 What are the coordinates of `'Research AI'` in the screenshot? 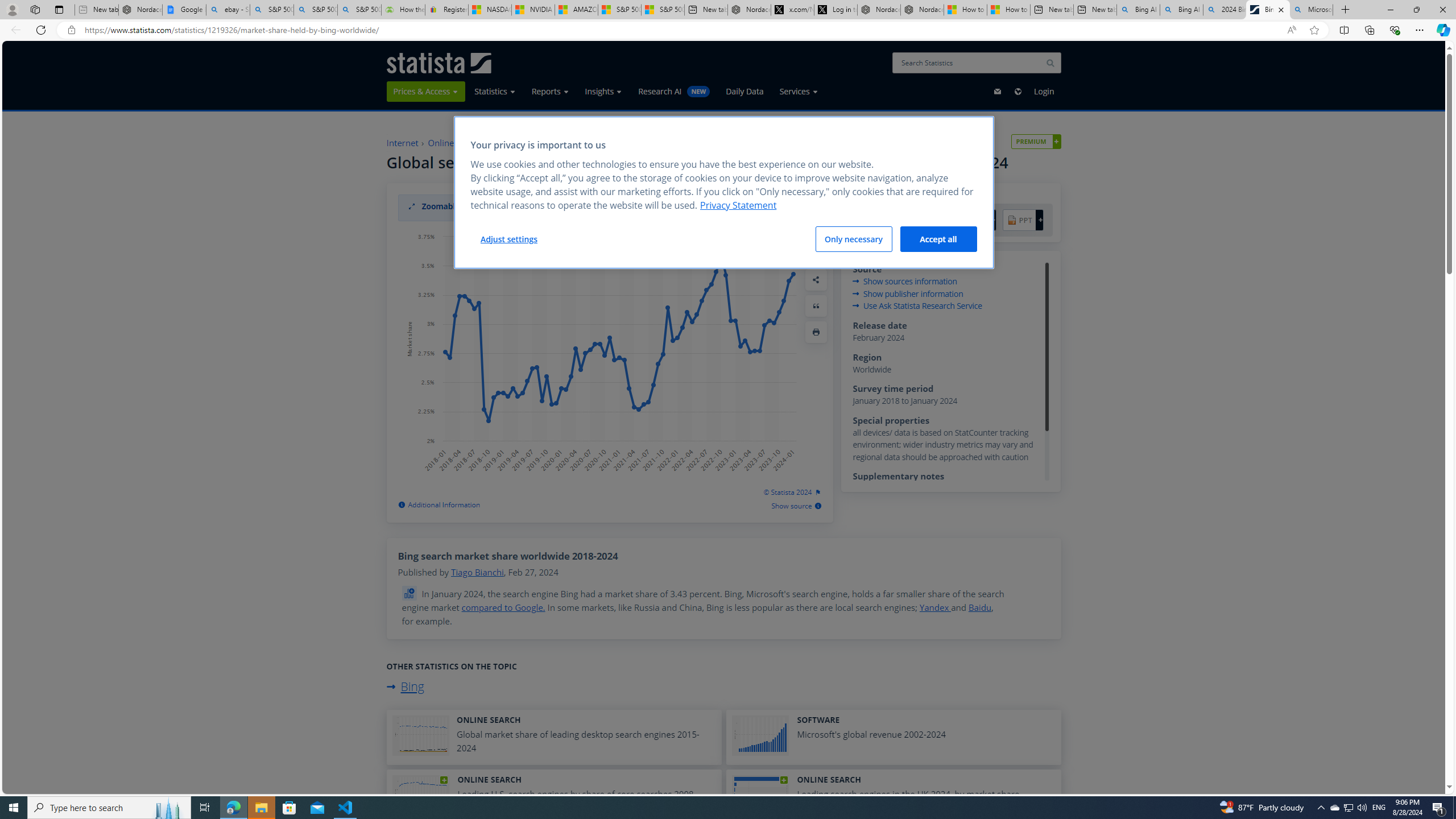 It's located at (674, 91).